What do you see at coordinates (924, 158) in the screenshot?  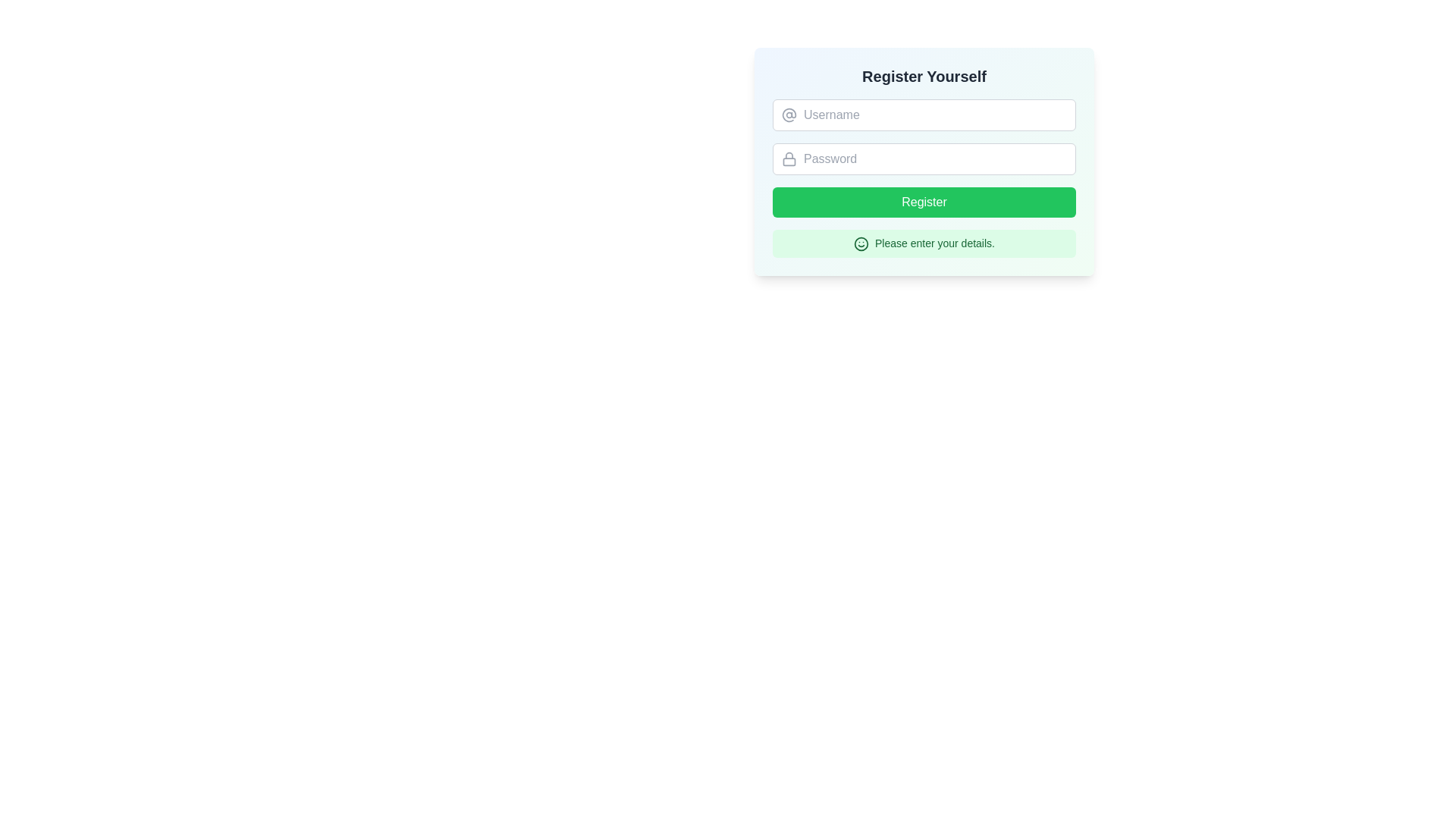 I see `the password input field located directly below the Username field and above the Register button` at bounding box center [924, 158].